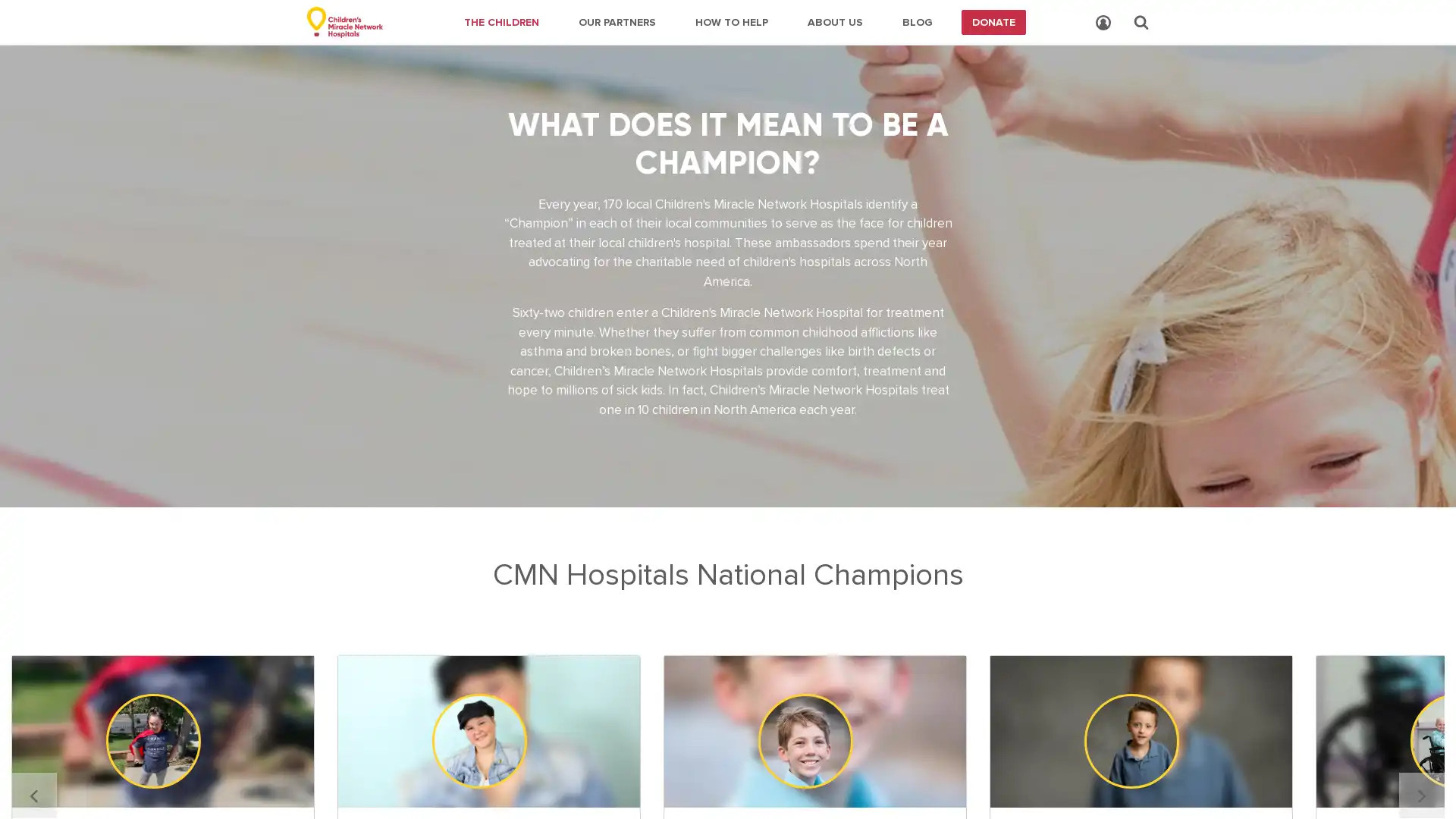 Image resolution: width=1456 pixels, height=819 pixels. Describe the element at coordinates (1141, 22) in the screenshot. I see `Search` at that location.